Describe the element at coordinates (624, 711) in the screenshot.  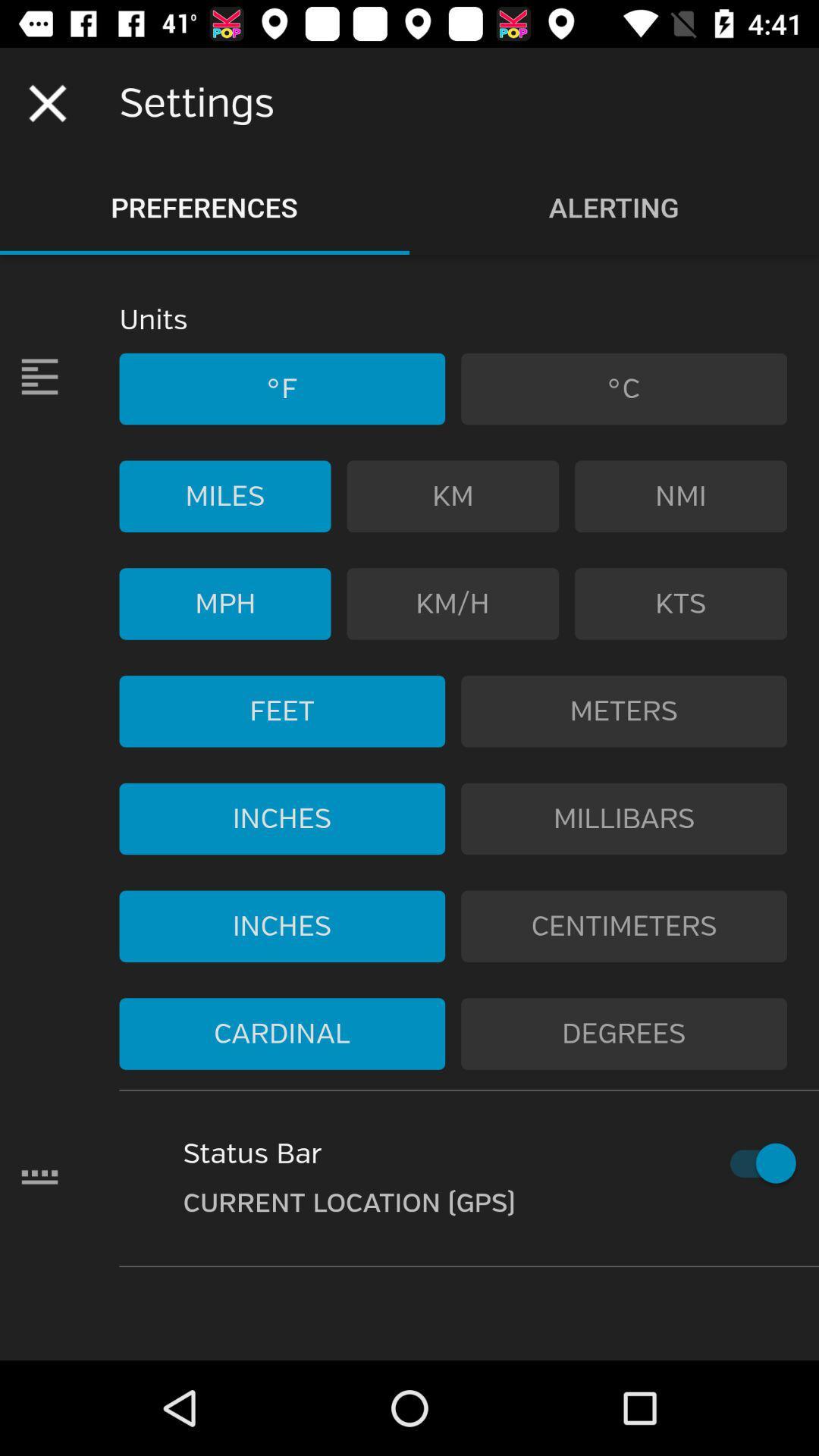
I see `item next to the feet` at that location.